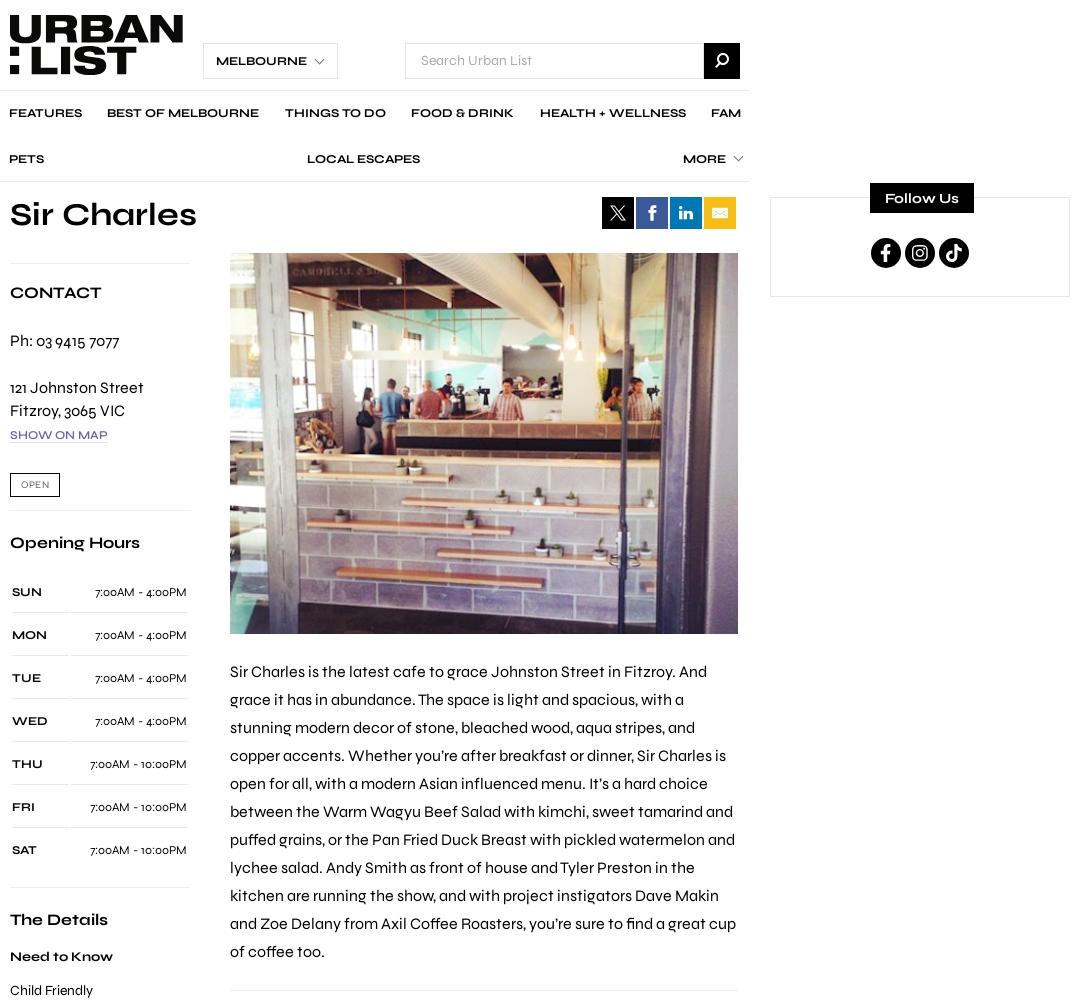 This screenshot has width=1080, height=1000. I want to click on 'THU', so click(27, 764).